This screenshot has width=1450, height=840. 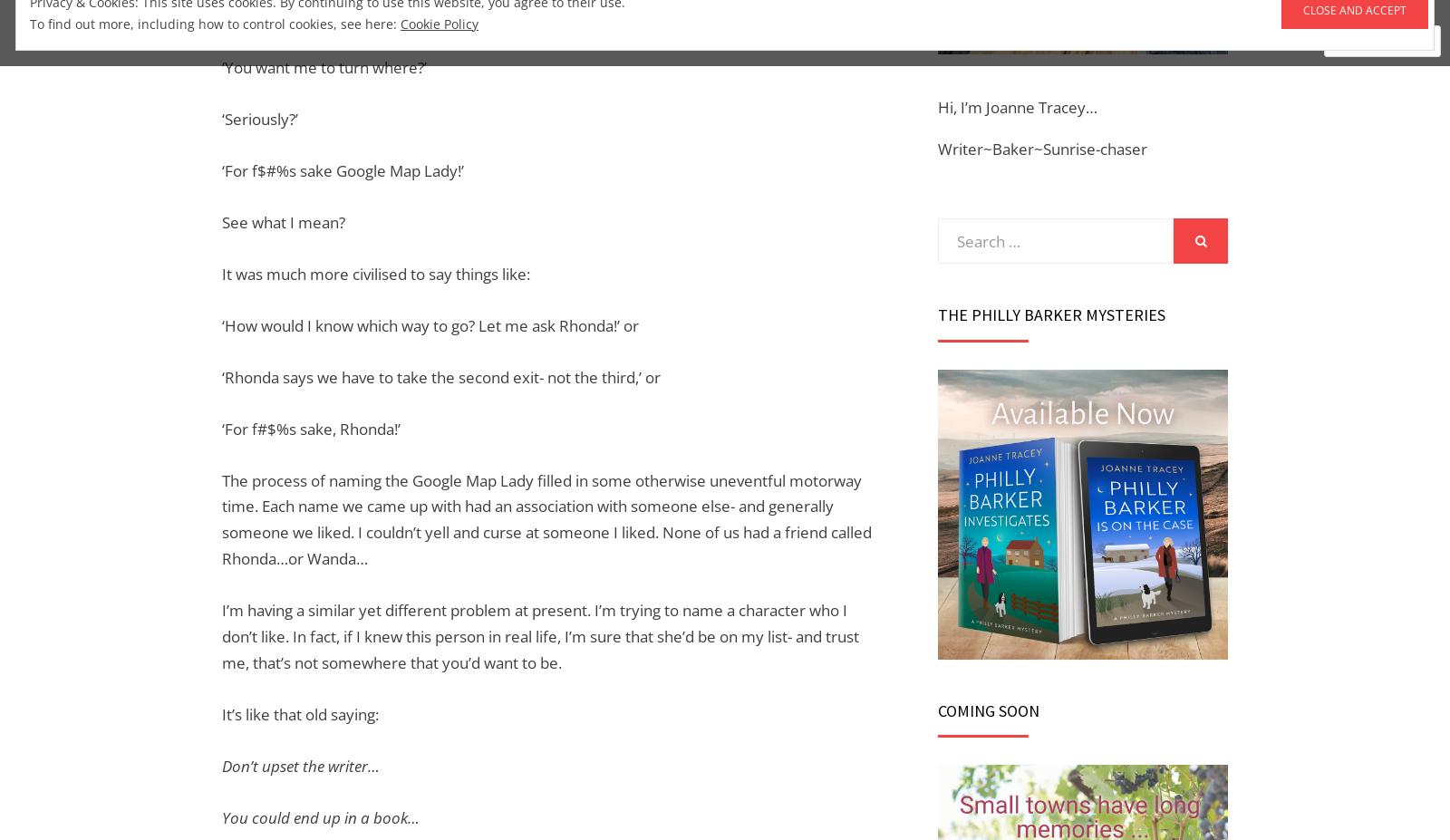 I want to click on 'See what I mean?', so click(x=221, y=222).